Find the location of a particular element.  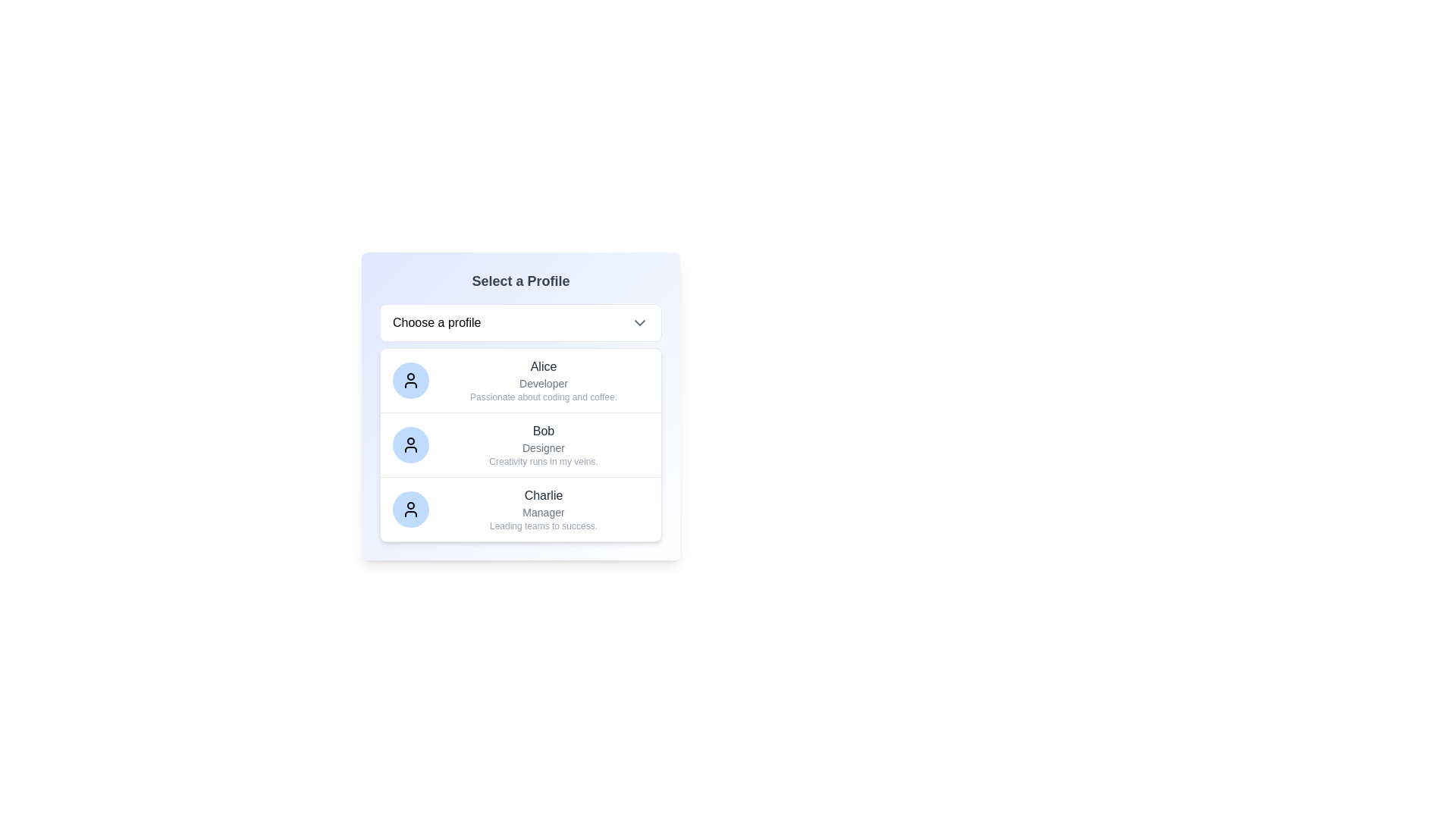

the dropdown menu labeled 'Choose a profile' is located at coordinates (520, 322).